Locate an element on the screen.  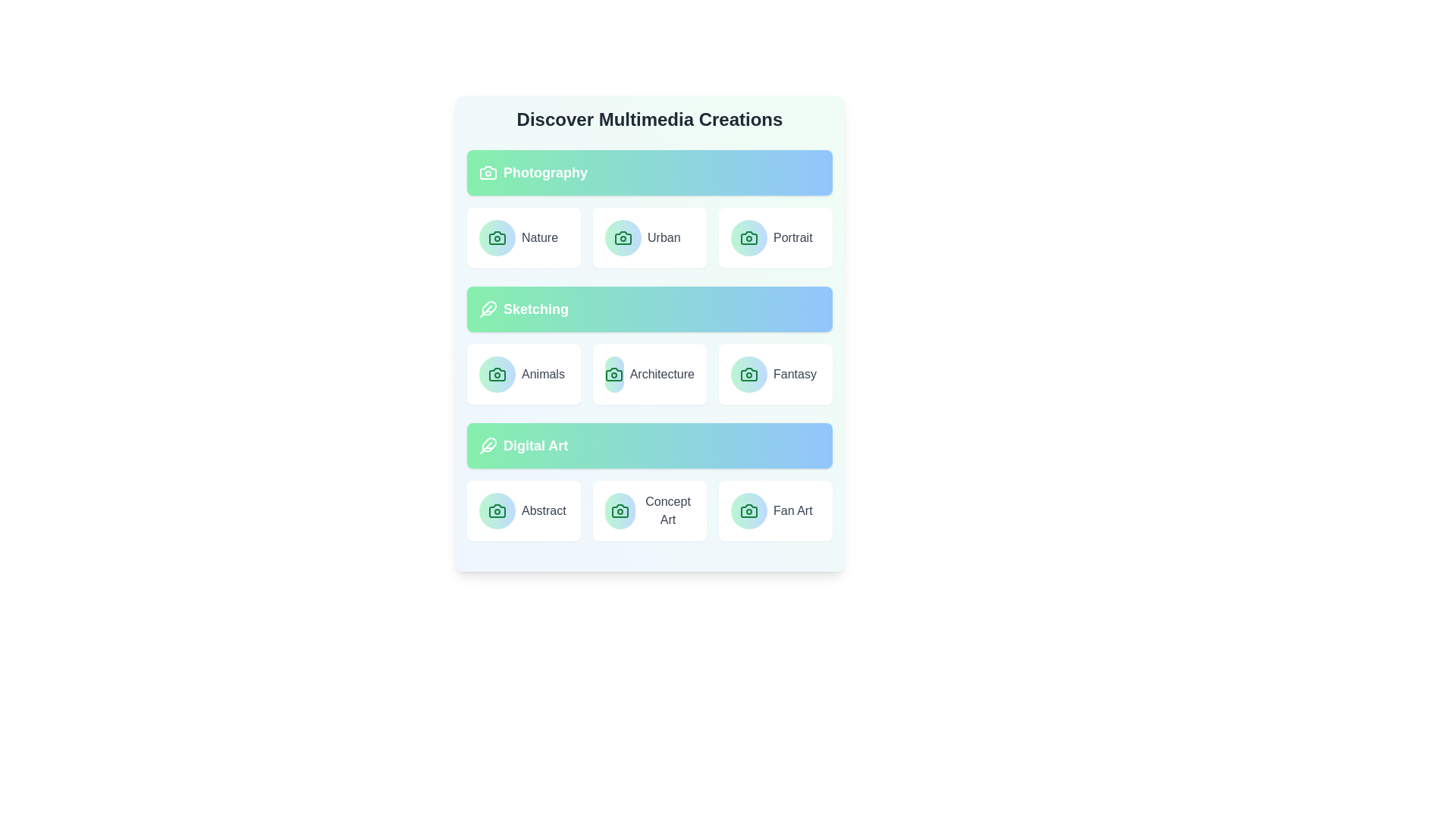
the item labeled Fan Art is located at coordinates (775, 511).